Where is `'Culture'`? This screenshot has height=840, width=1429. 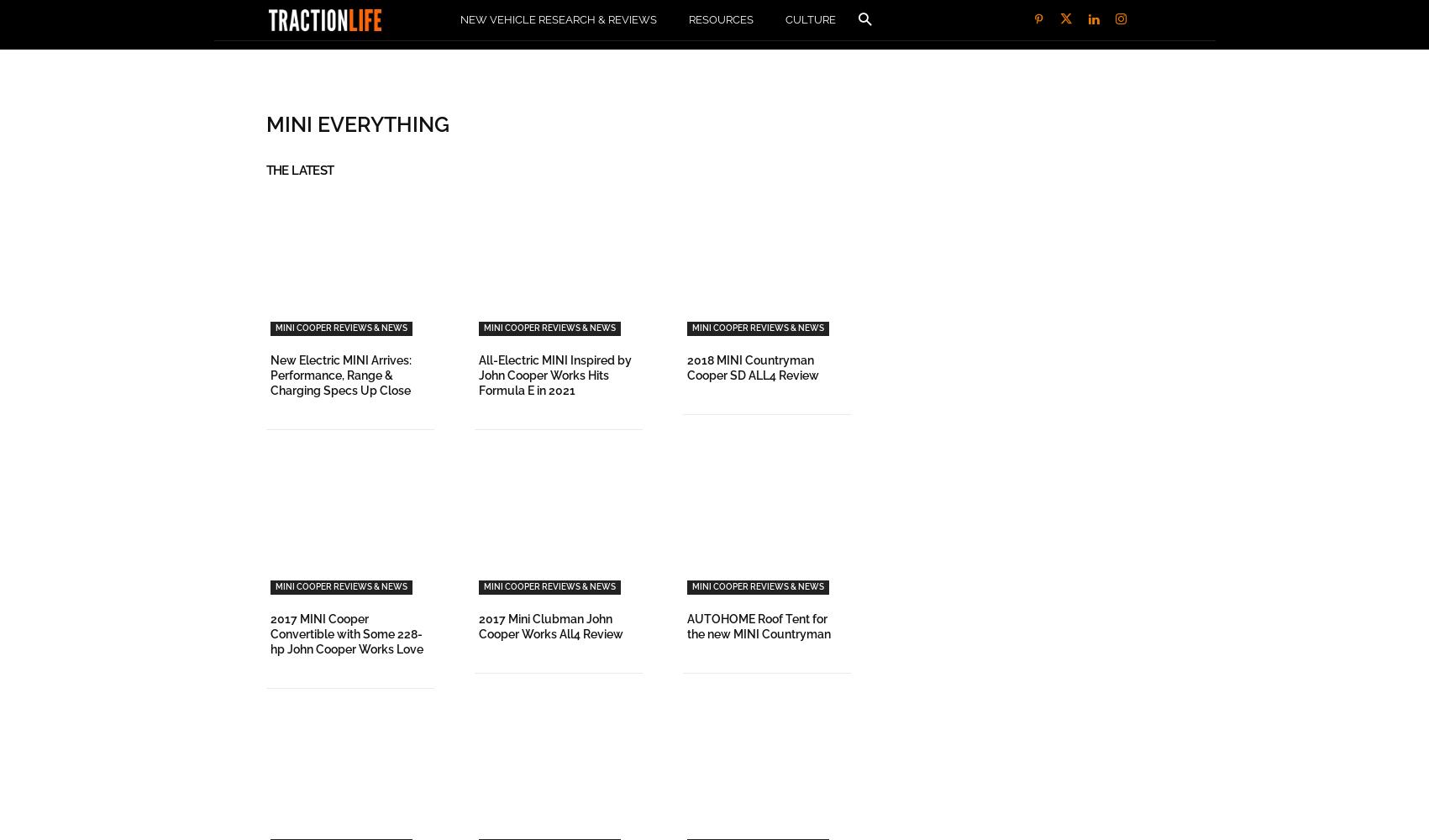 'Culture' is located at coordinates (785, 19).